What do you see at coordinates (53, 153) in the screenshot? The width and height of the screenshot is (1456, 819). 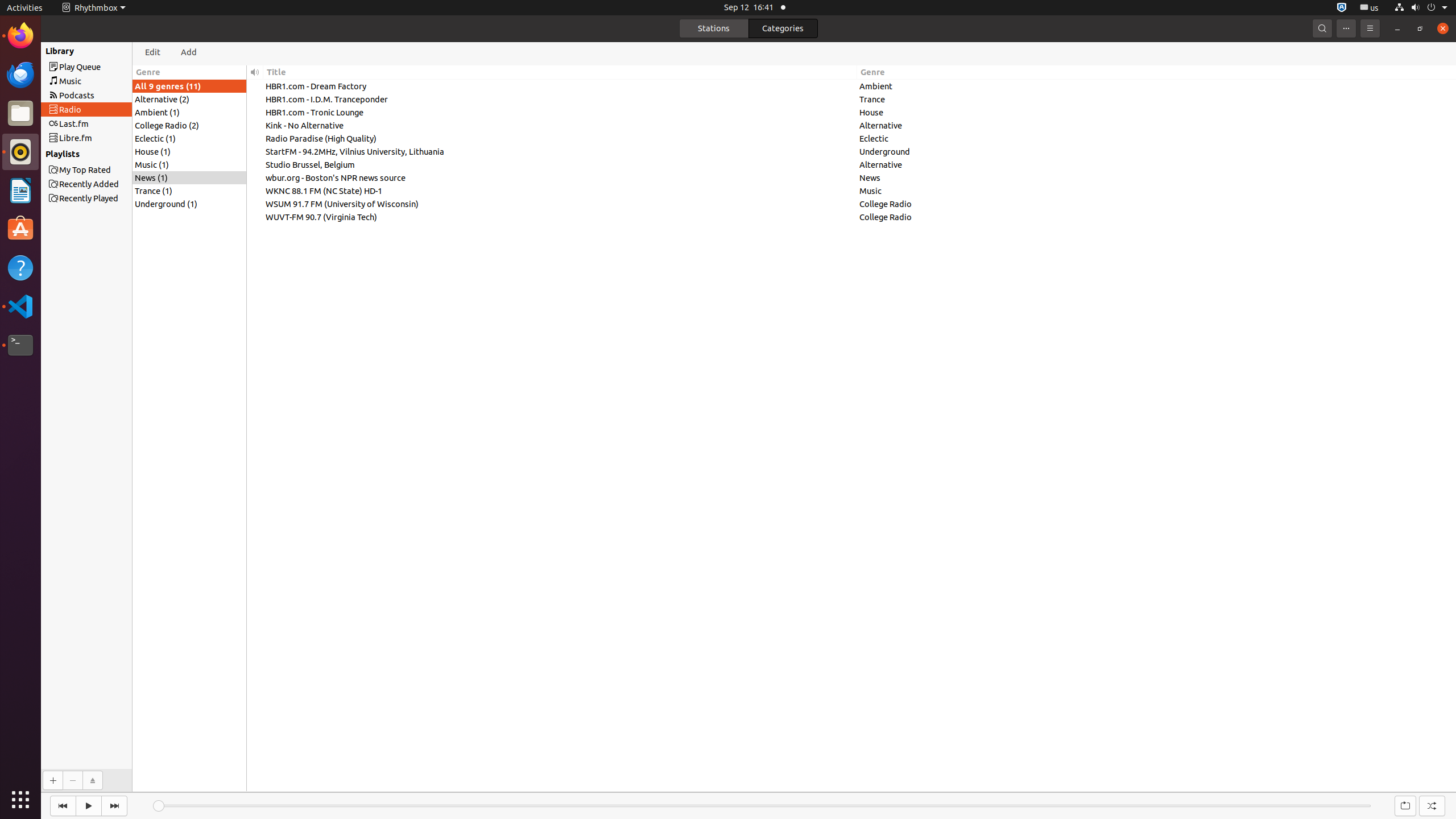 I see `'Playlists'` at bounding box center [53, 153].